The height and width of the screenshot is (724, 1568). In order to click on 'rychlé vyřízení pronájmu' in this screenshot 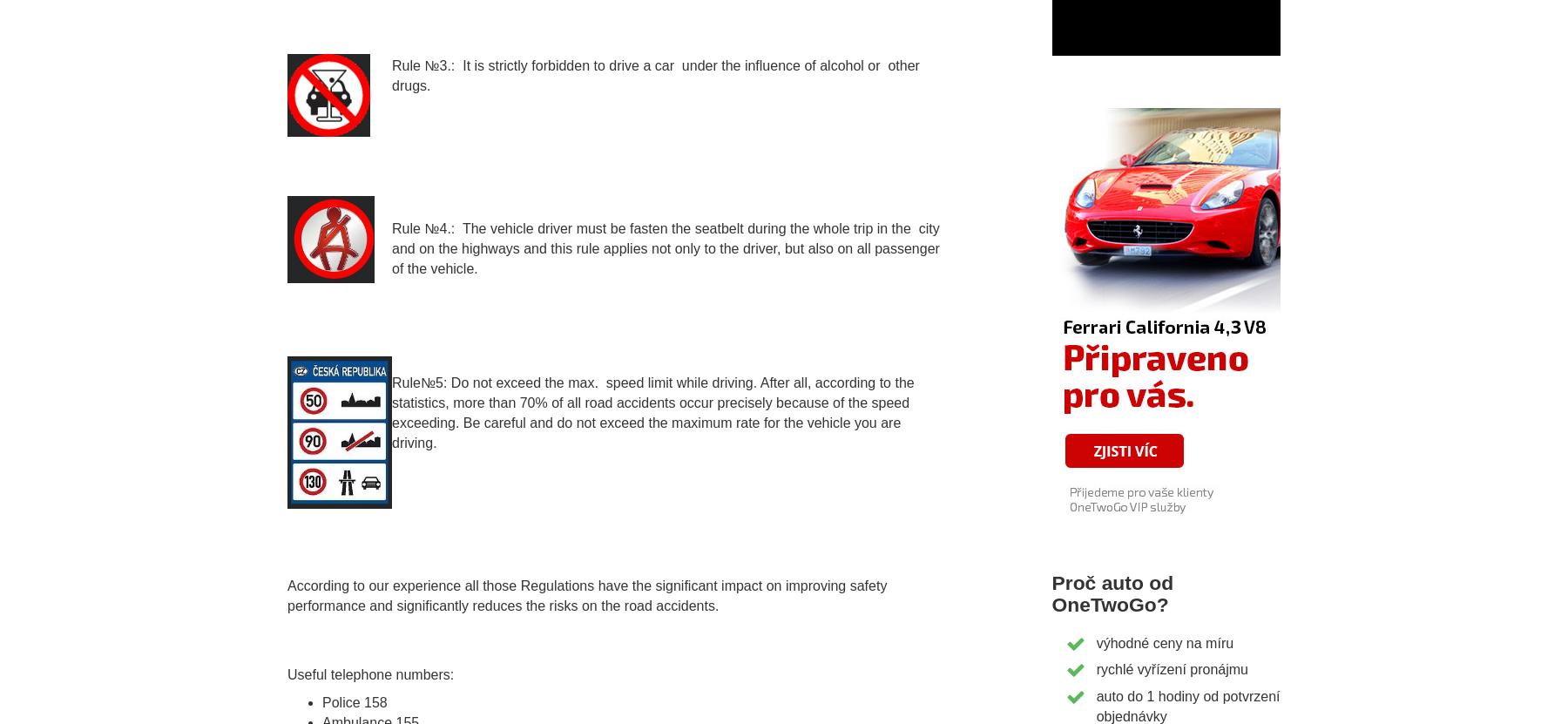, I will do `click(1171, 669)`.